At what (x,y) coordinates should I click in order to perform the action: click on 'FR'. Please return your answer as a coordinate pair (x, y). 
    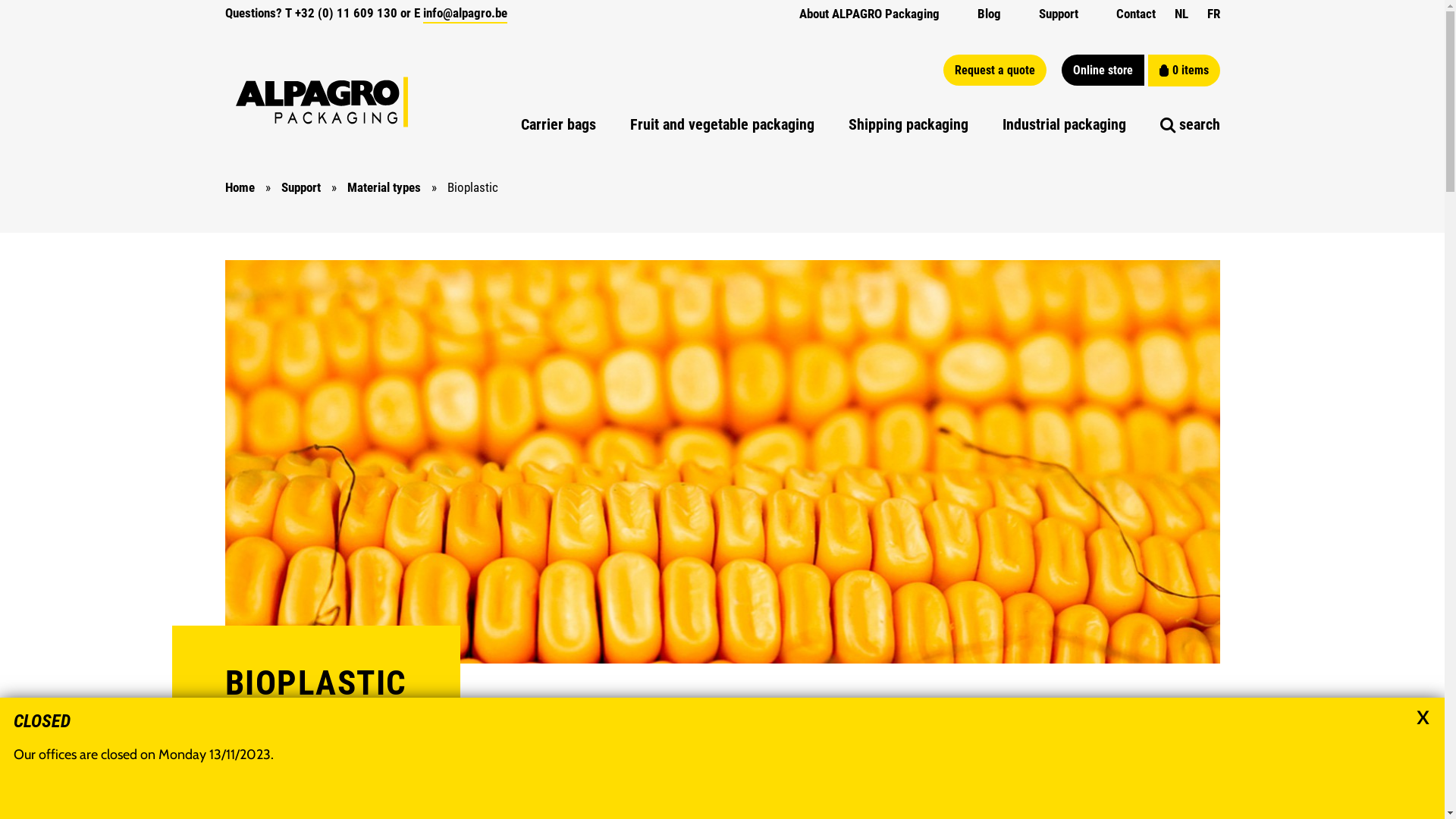
    Looking at the image, I should click on (1213, 14).